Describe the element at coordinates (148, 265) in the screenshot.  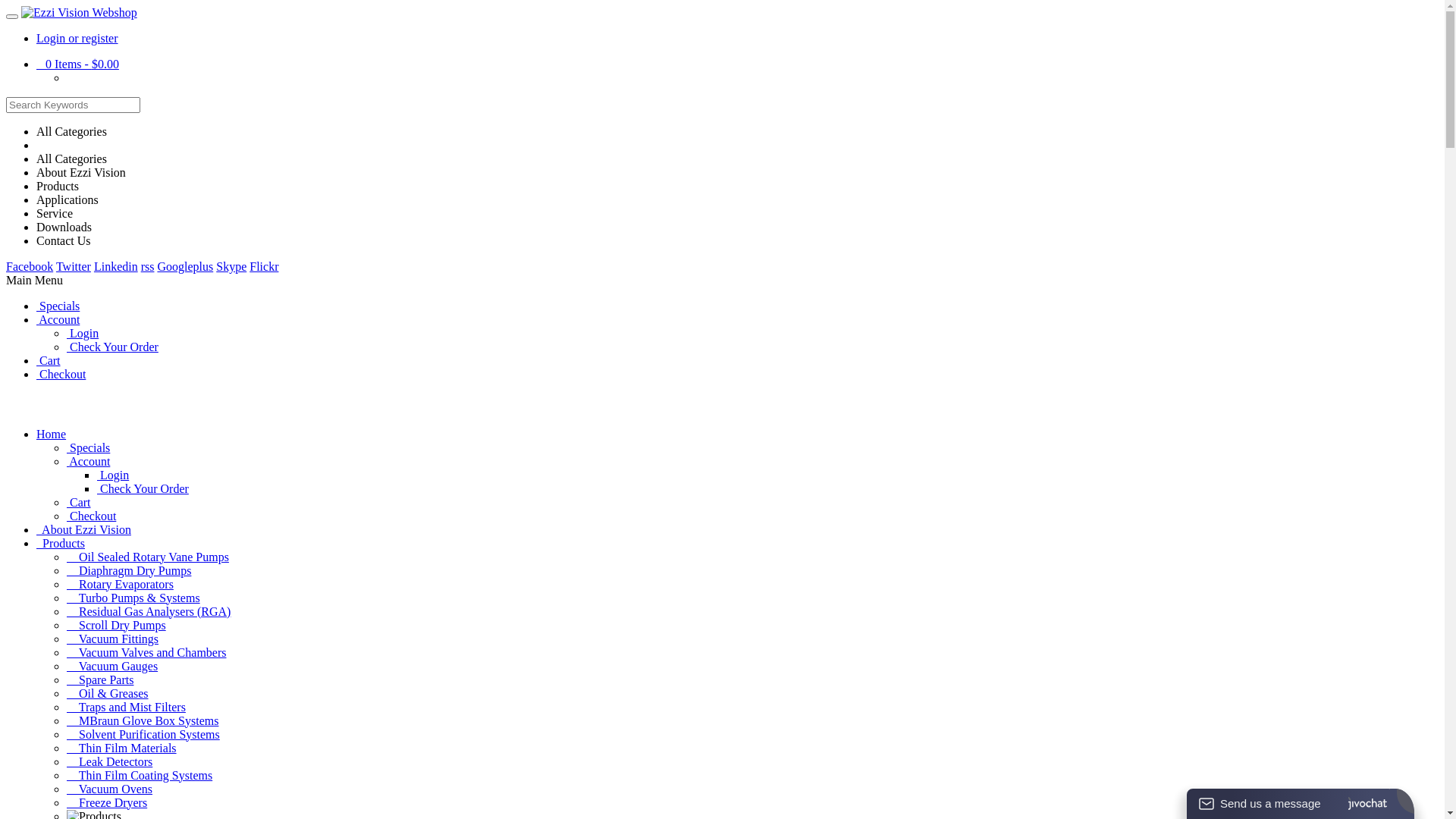
I see `'rss'` at that location.